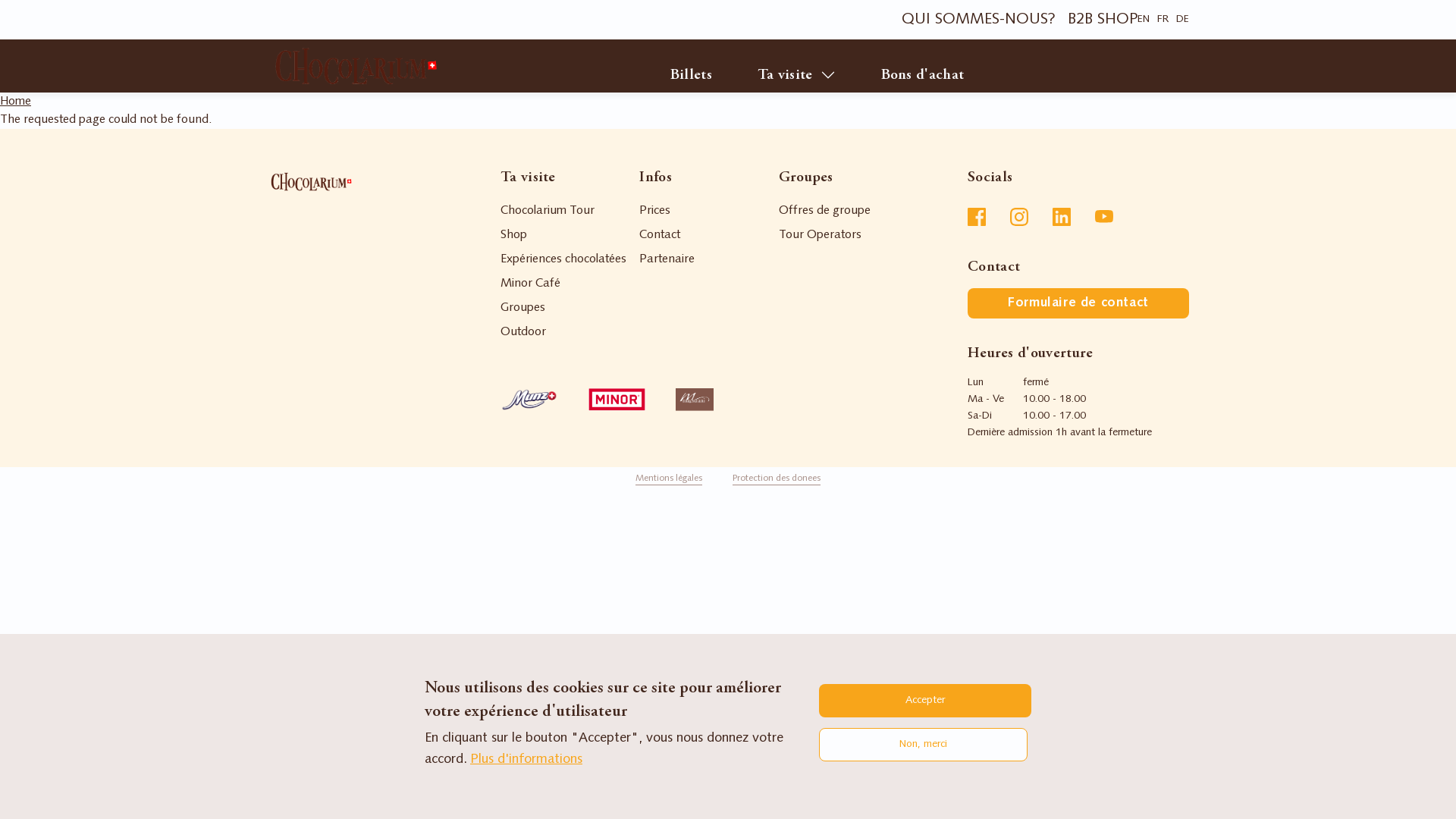  Describe the element at coordinates (922, 744) in the screenshot. I see `'Non, merci'` at that location.